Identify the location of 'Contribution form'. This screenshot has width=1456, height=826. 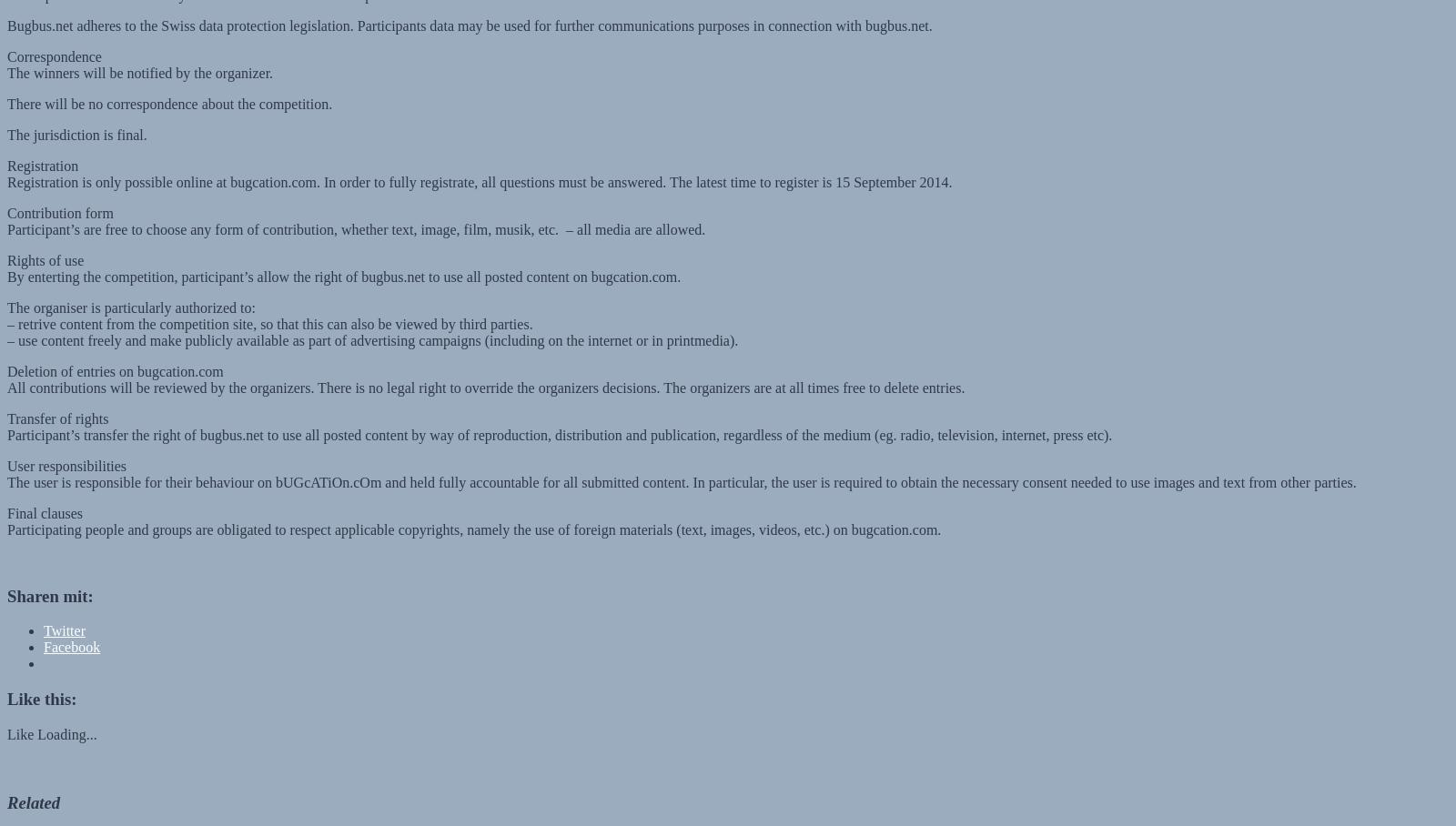
(59, 196).